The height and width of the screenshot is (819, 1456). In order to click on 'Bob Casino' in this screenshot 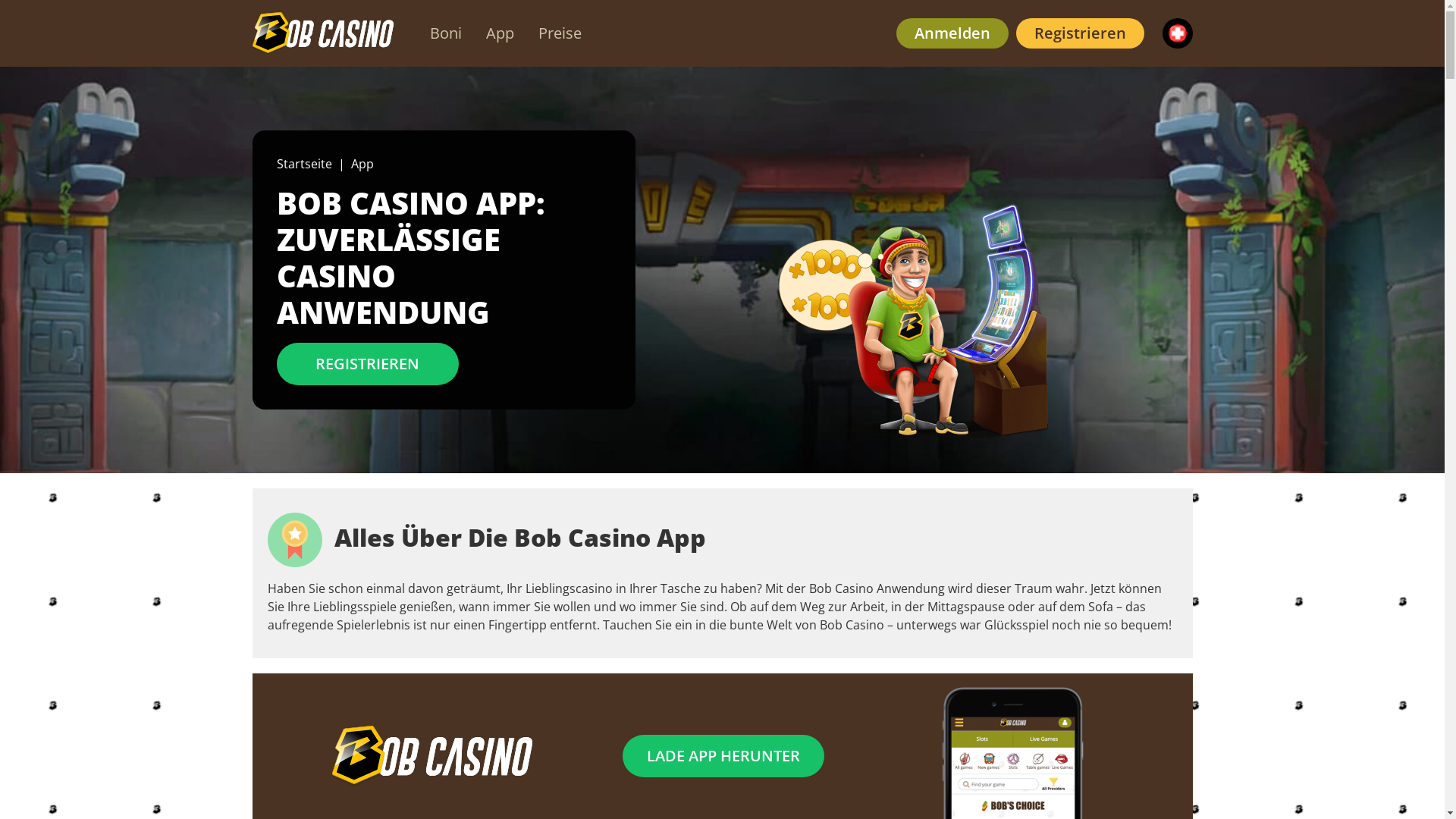, I will do `click(322, 33)`.